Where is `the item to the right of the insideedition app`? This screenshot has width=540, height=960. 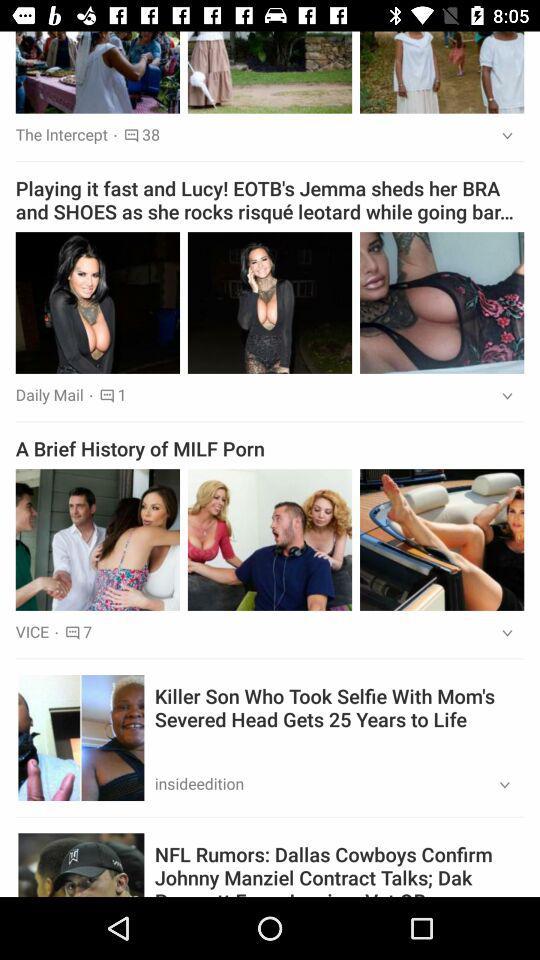
the item to the right of the insideedition app is located at coordinates (497, 785).